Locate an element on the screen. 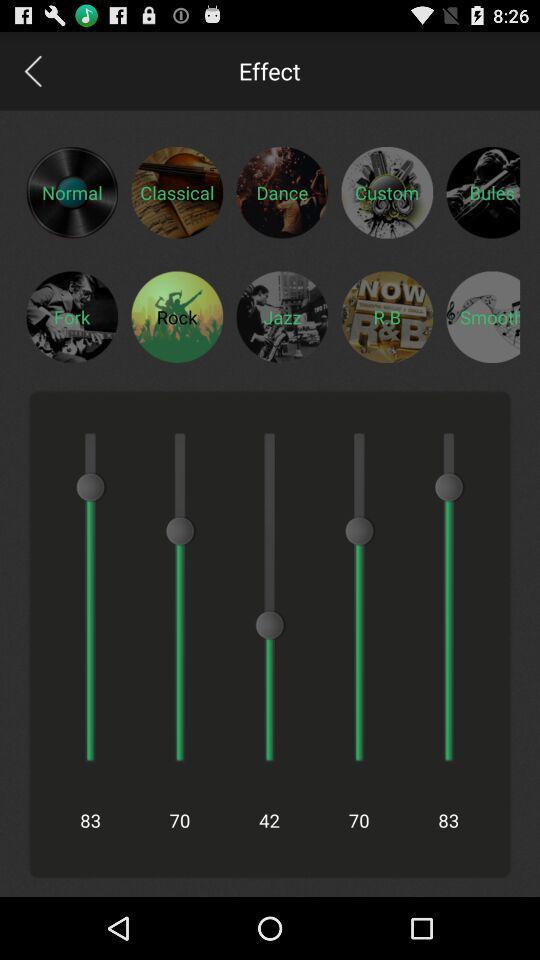 Image resolution: width=540 pixels, height=960 pixels. choice of a character is located at coordinates (177, 316).